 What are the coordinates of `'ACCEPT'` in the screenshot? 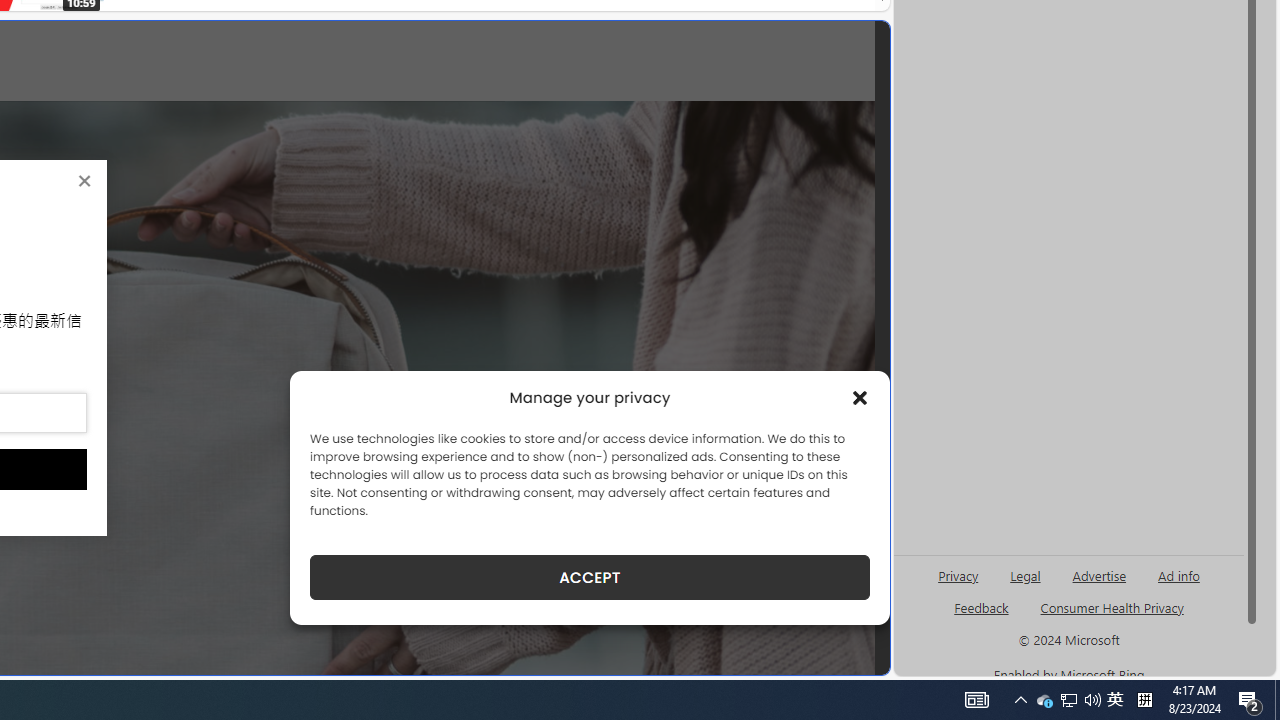 It's located at (589, 577).